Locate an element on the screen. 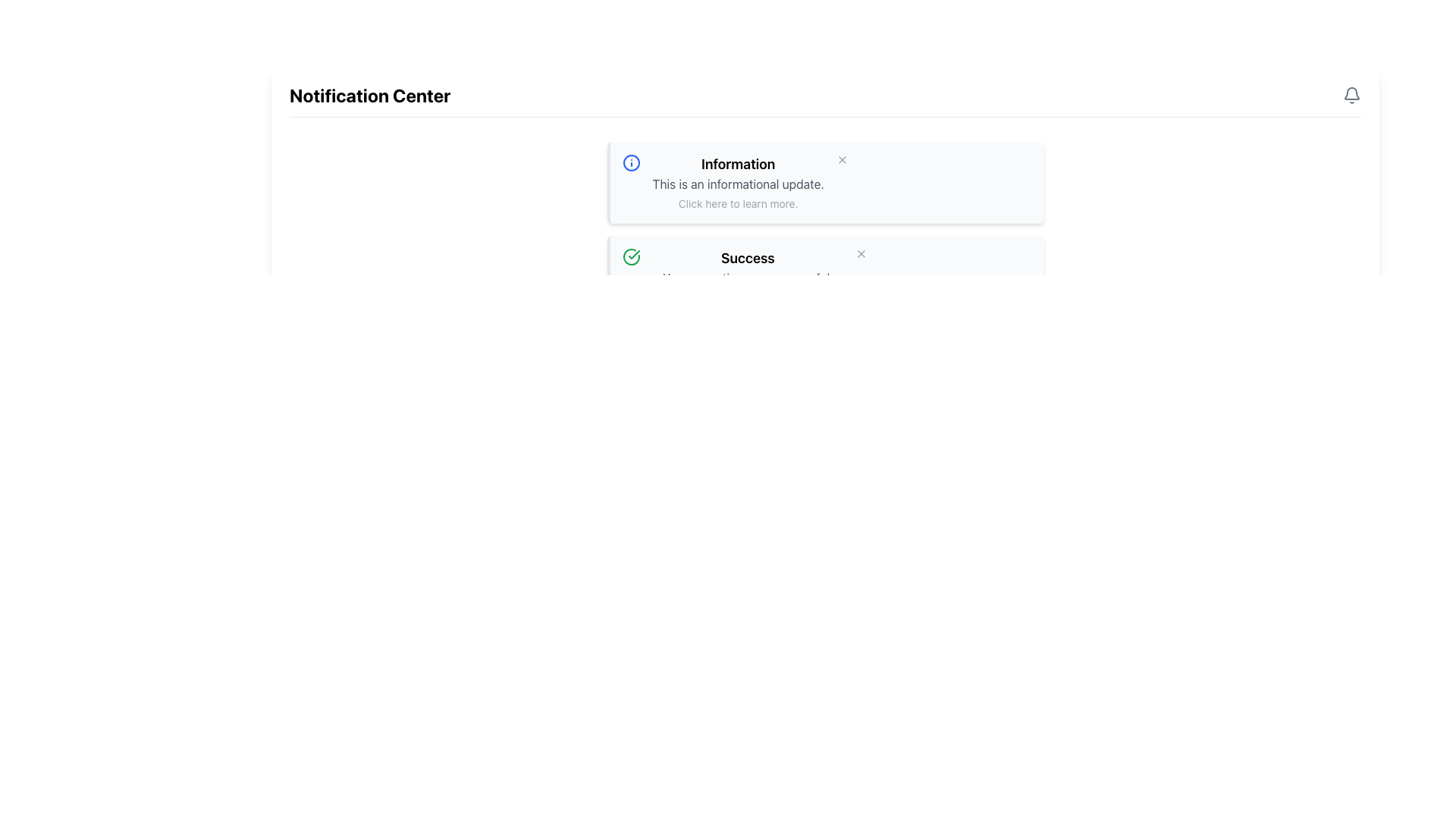 The width and height of the screenshot is (1456, 819). the checkmark symbol within the circular success icon located in the second notification item titled 'Success' in the notification center panel is located at coordinates (633, 253).